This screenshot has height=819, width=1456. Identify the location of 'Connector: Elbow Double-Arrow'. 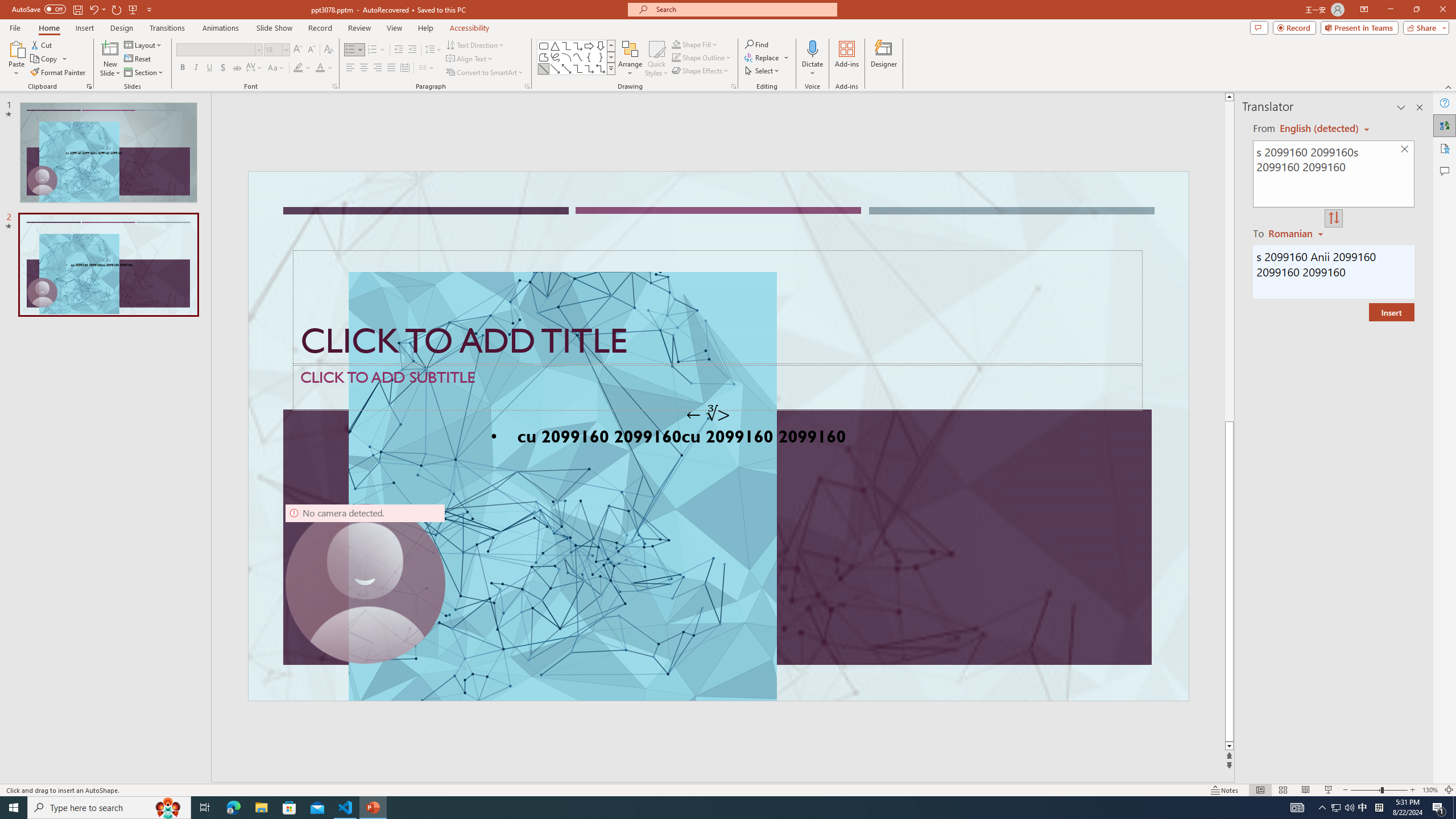
(600, 68).